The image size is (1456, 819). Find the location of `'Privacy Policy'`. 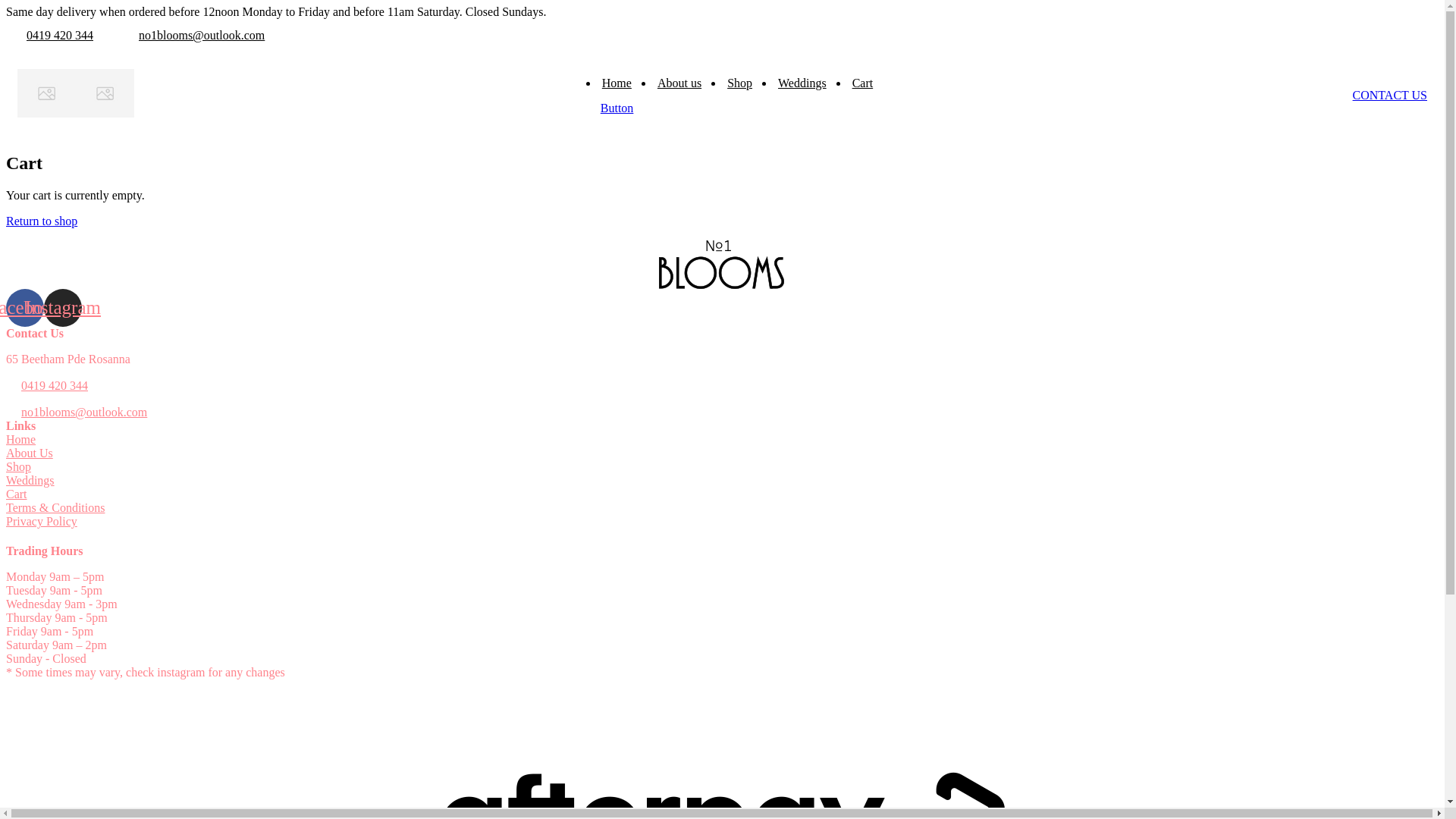

'Privacy Policy' is located at coordinates (41, 520).